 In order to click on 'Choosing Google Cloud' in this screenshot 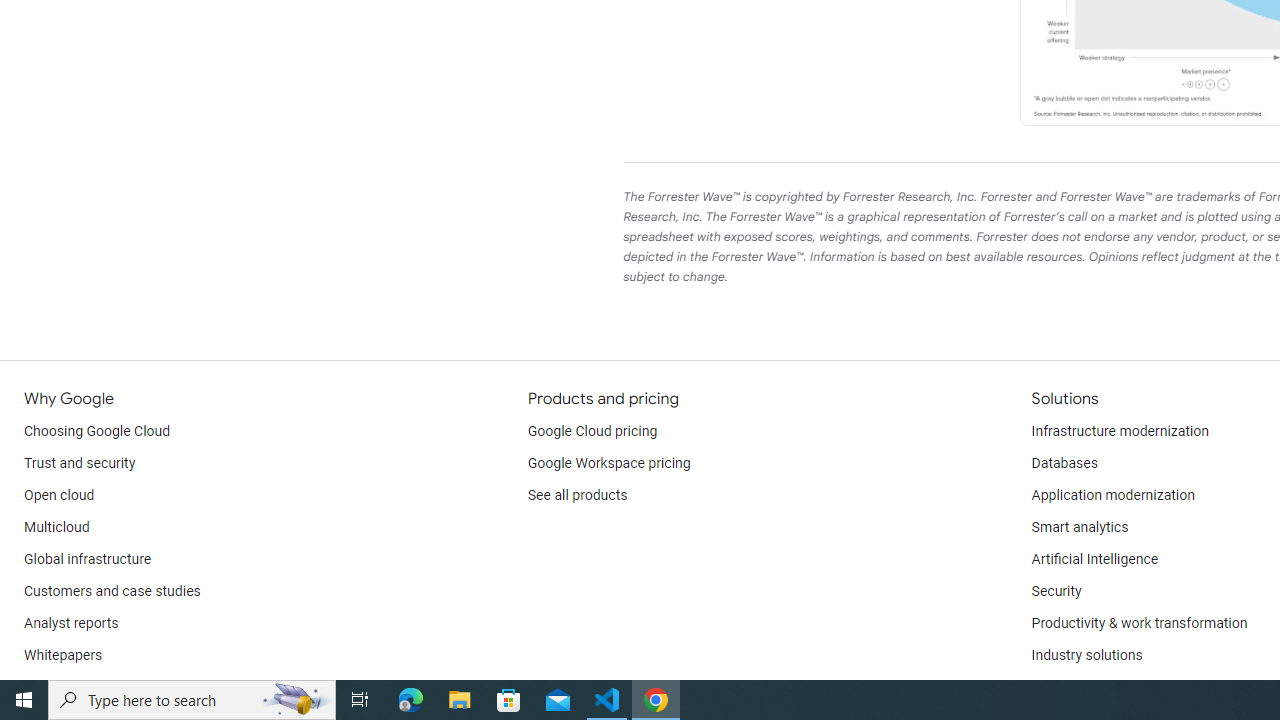, I will do `click(96, 431)`.